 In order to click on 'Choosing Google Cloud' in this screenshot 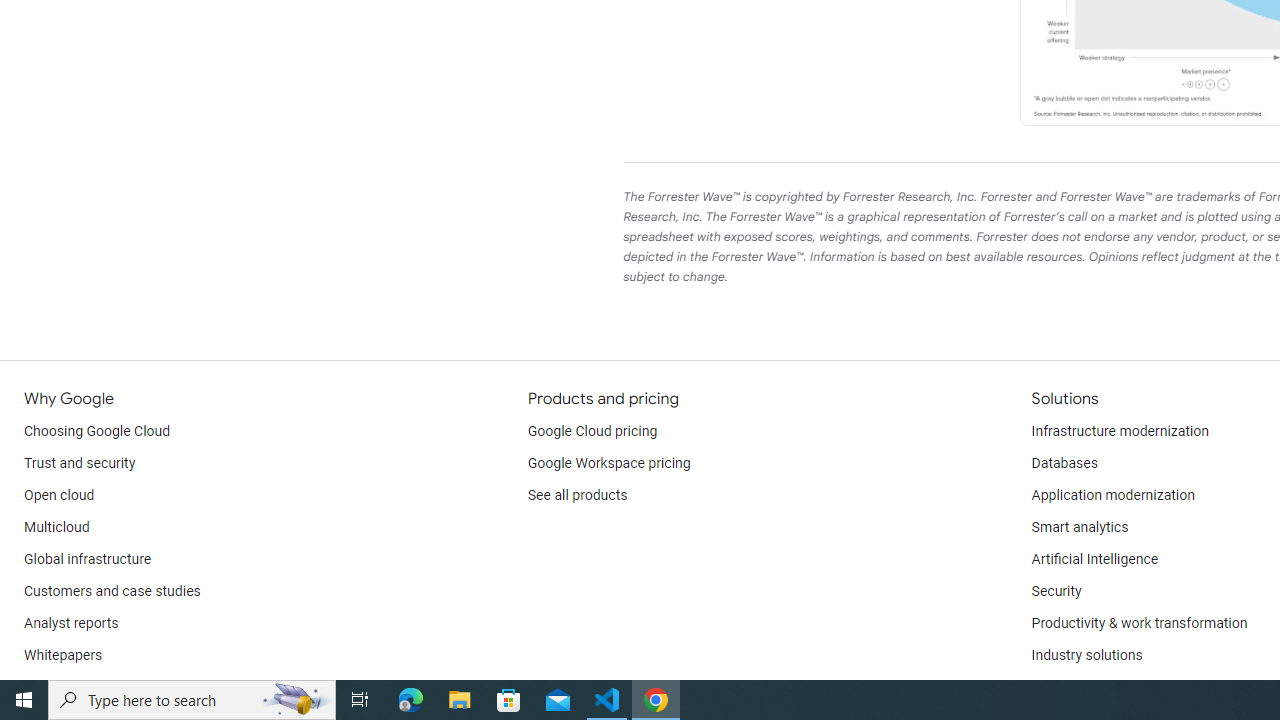, I will do `click(96, 431)`.